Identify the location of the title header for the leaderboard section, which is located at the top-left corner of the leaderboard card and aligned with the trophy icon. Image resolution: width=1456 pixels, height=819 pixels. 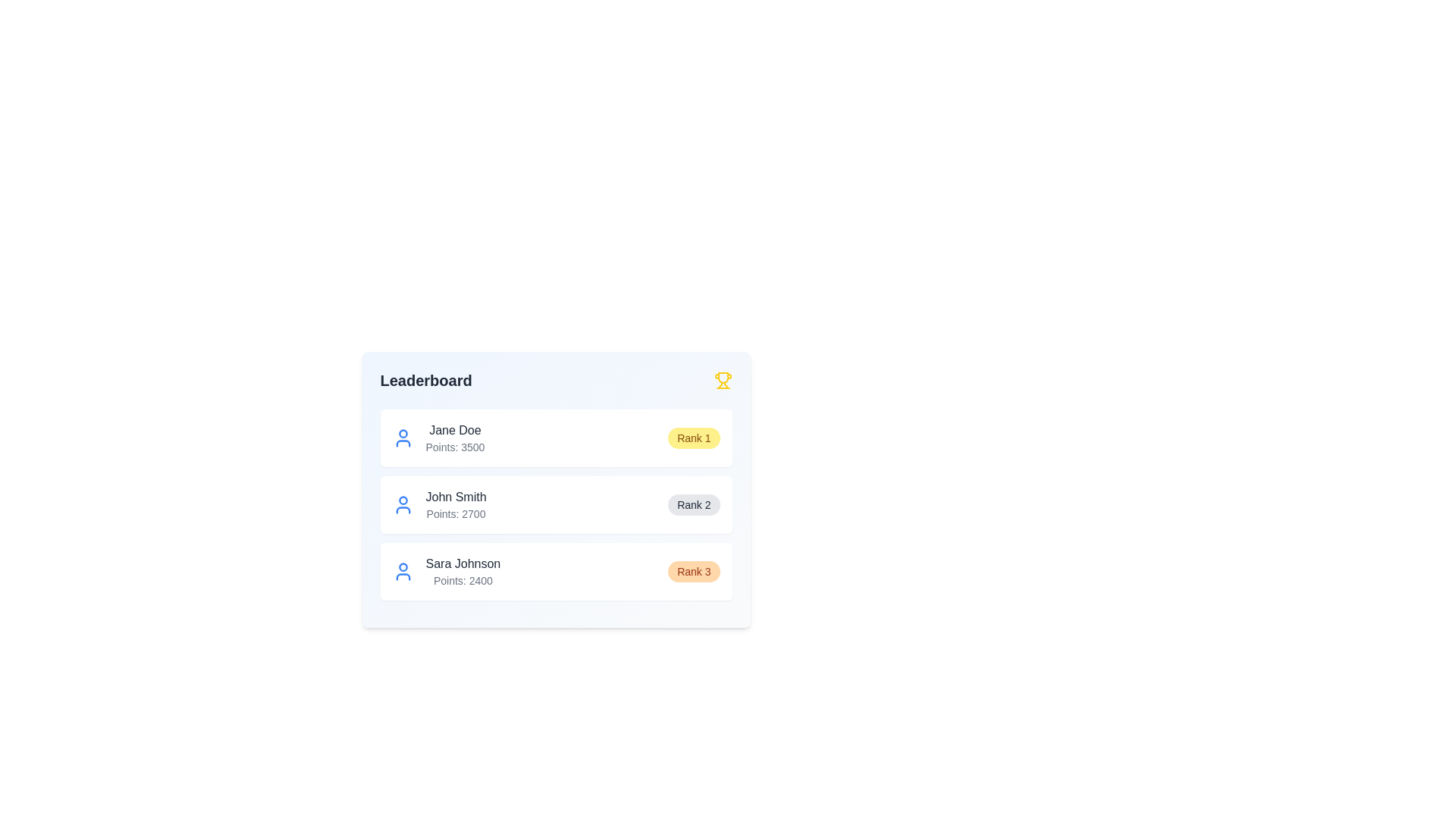
(425, 379).